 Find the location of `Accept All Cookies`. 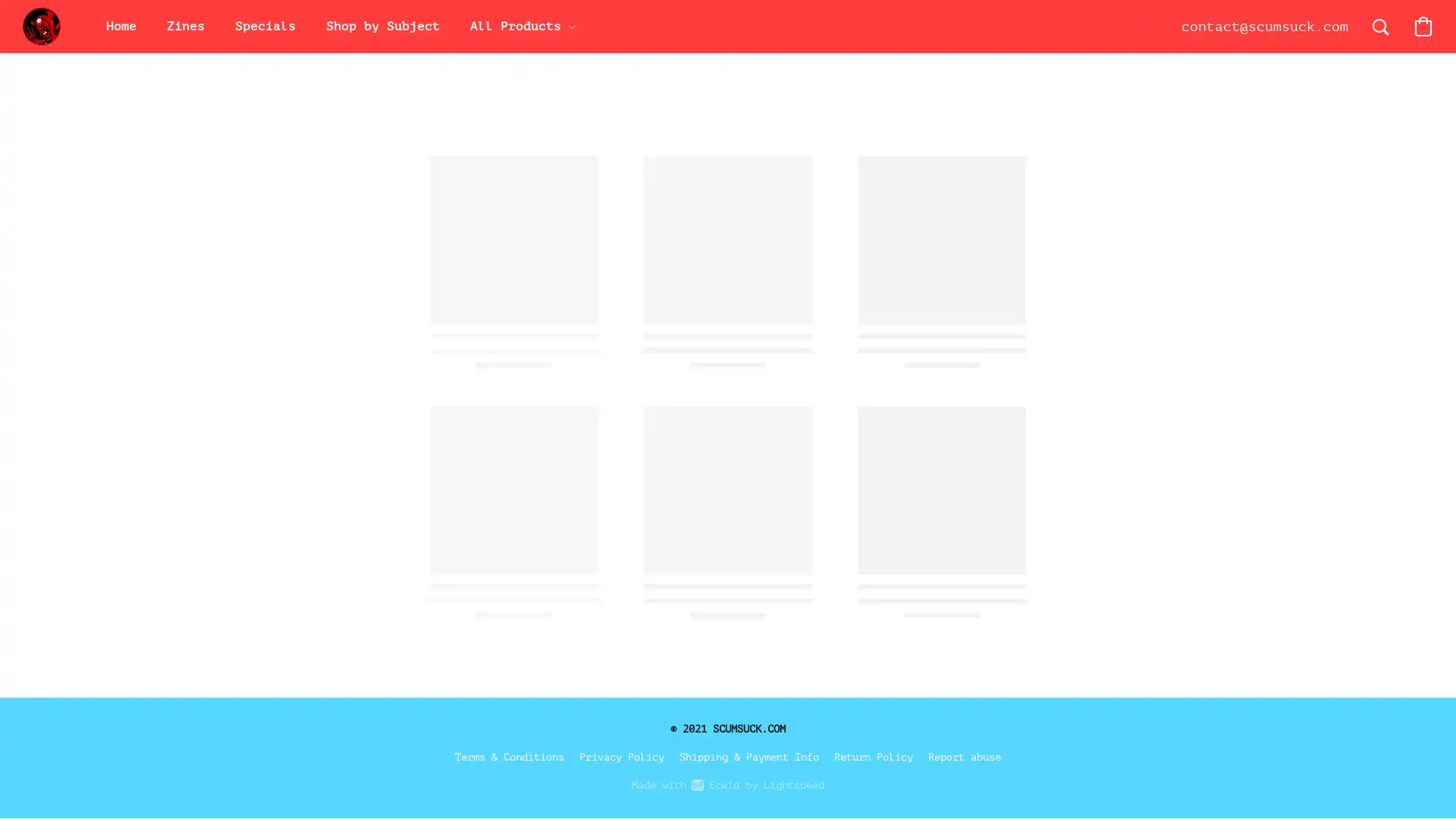

Accept All Cookies is located at coordinates (1241, 503).